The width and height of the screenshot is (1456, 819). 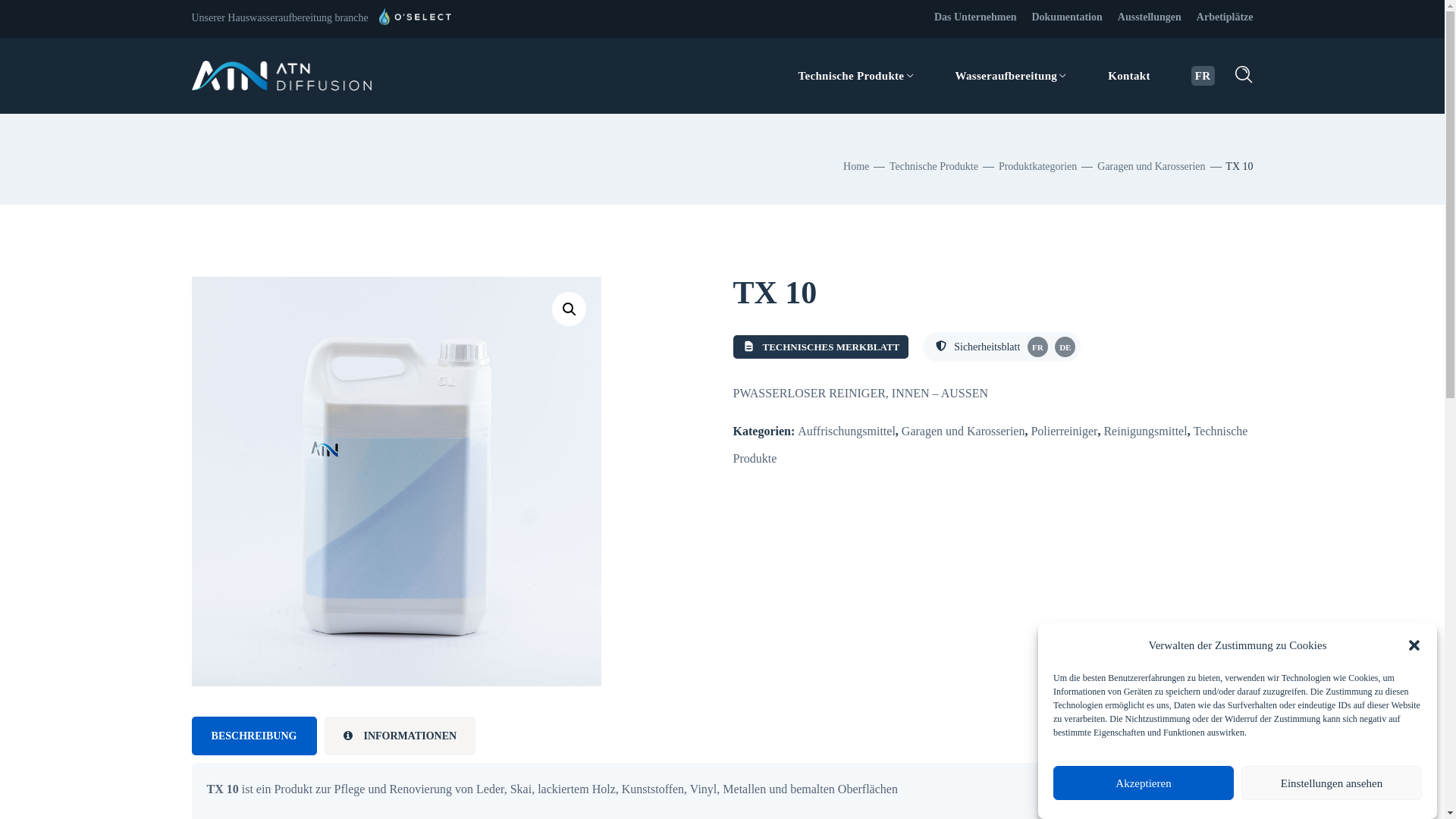 I want to click on 'Home', so click(x=855, y=166).